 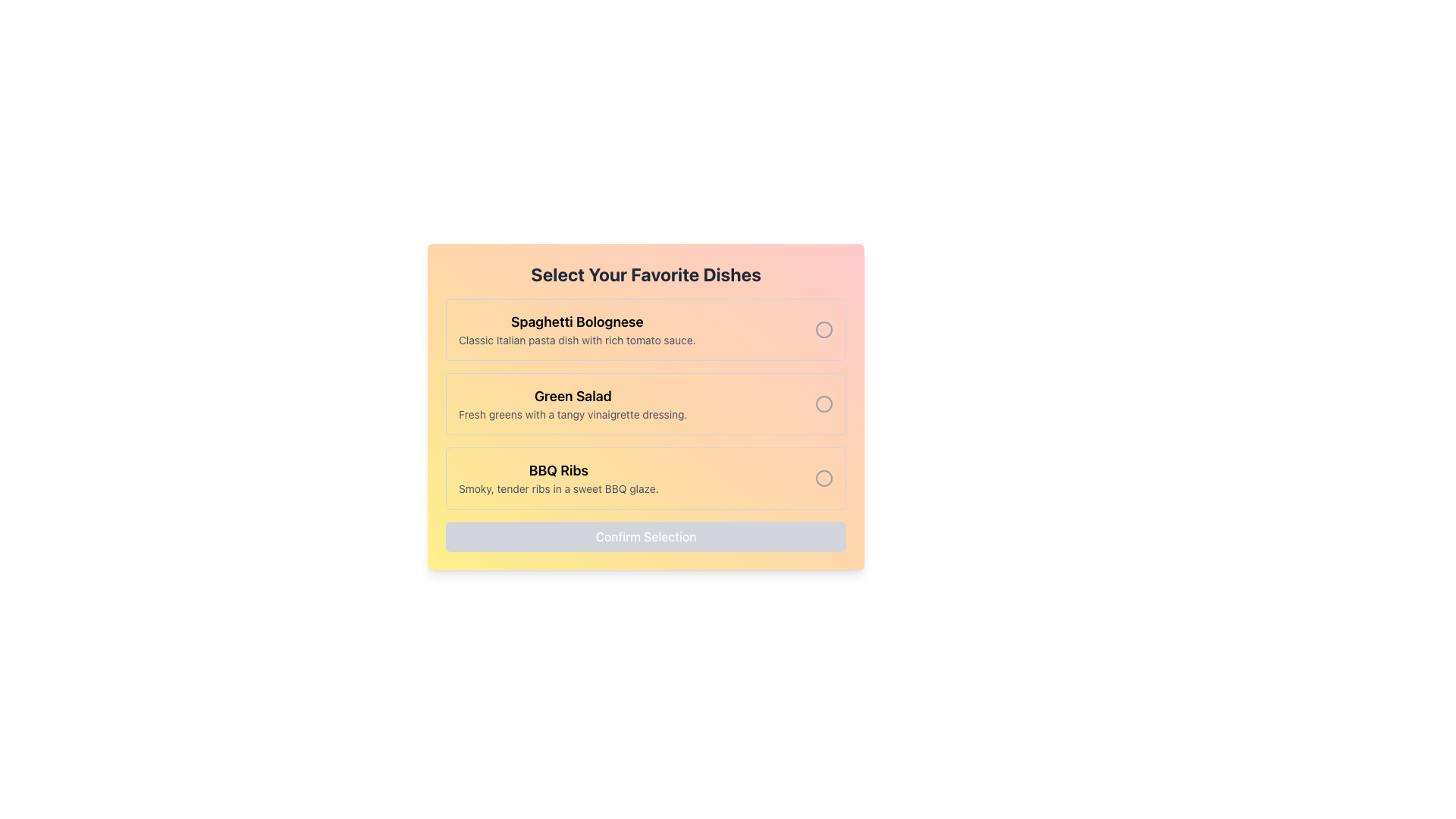 I want to click on the visual indicator for the radio button corresponding to 'Spaghetti Bolognese' in the selection list, so click(x=823, y=329).